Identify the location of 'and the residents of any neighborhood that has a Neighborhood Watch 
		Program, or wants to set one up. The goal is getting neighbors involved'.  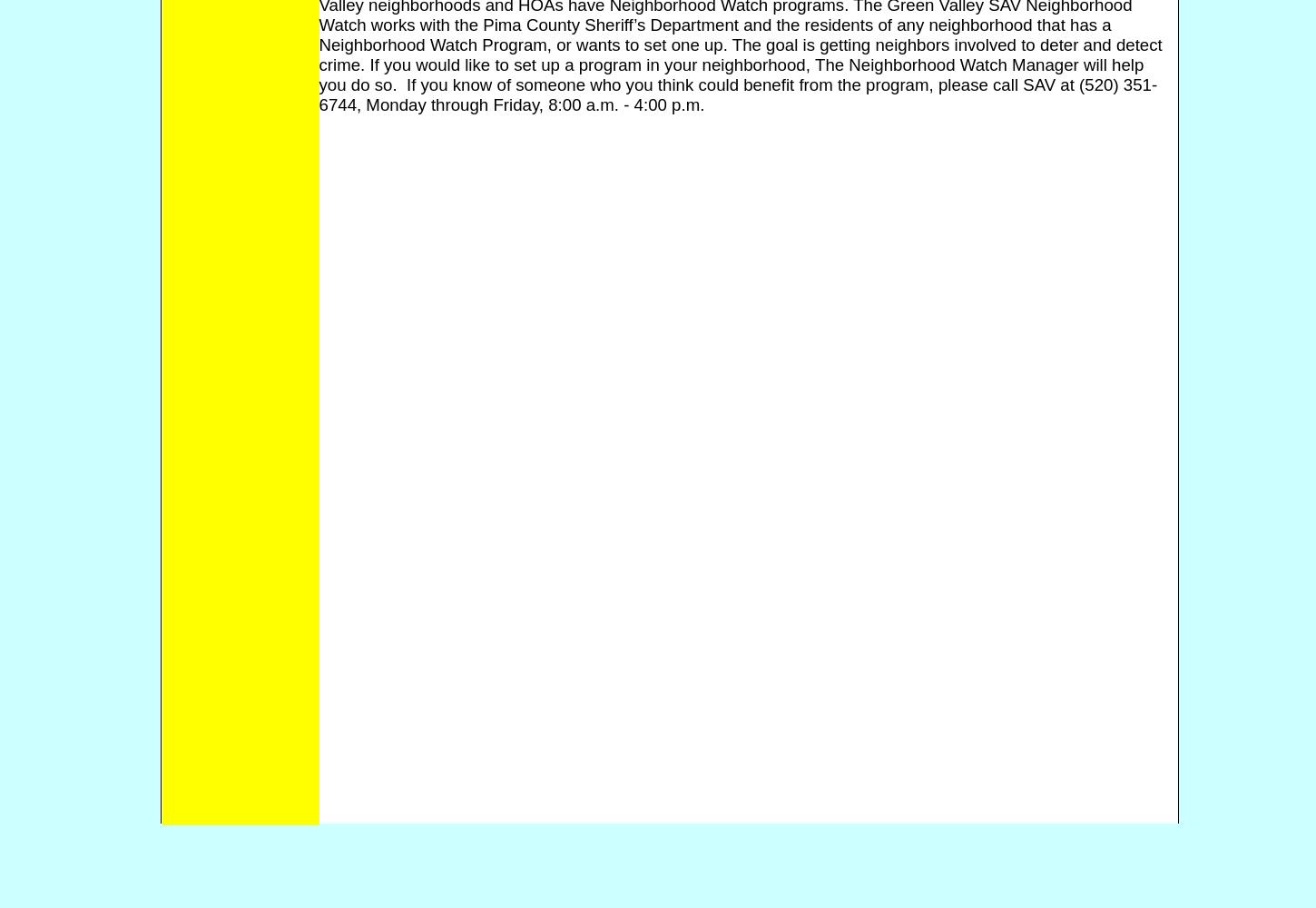
(714, 34).